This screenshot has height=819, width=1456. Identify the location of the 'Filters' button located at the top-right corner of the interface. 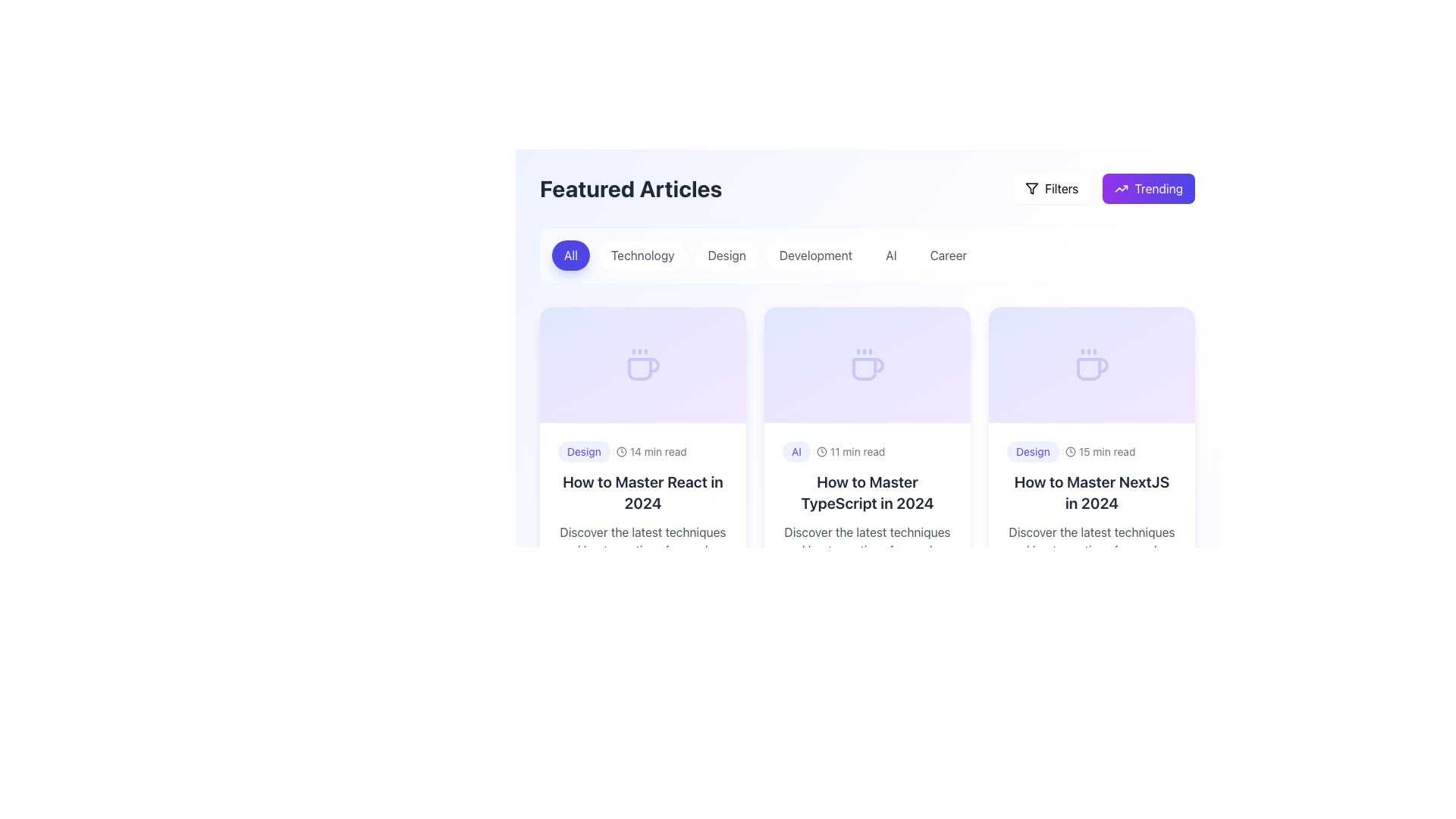
(1051, 188).